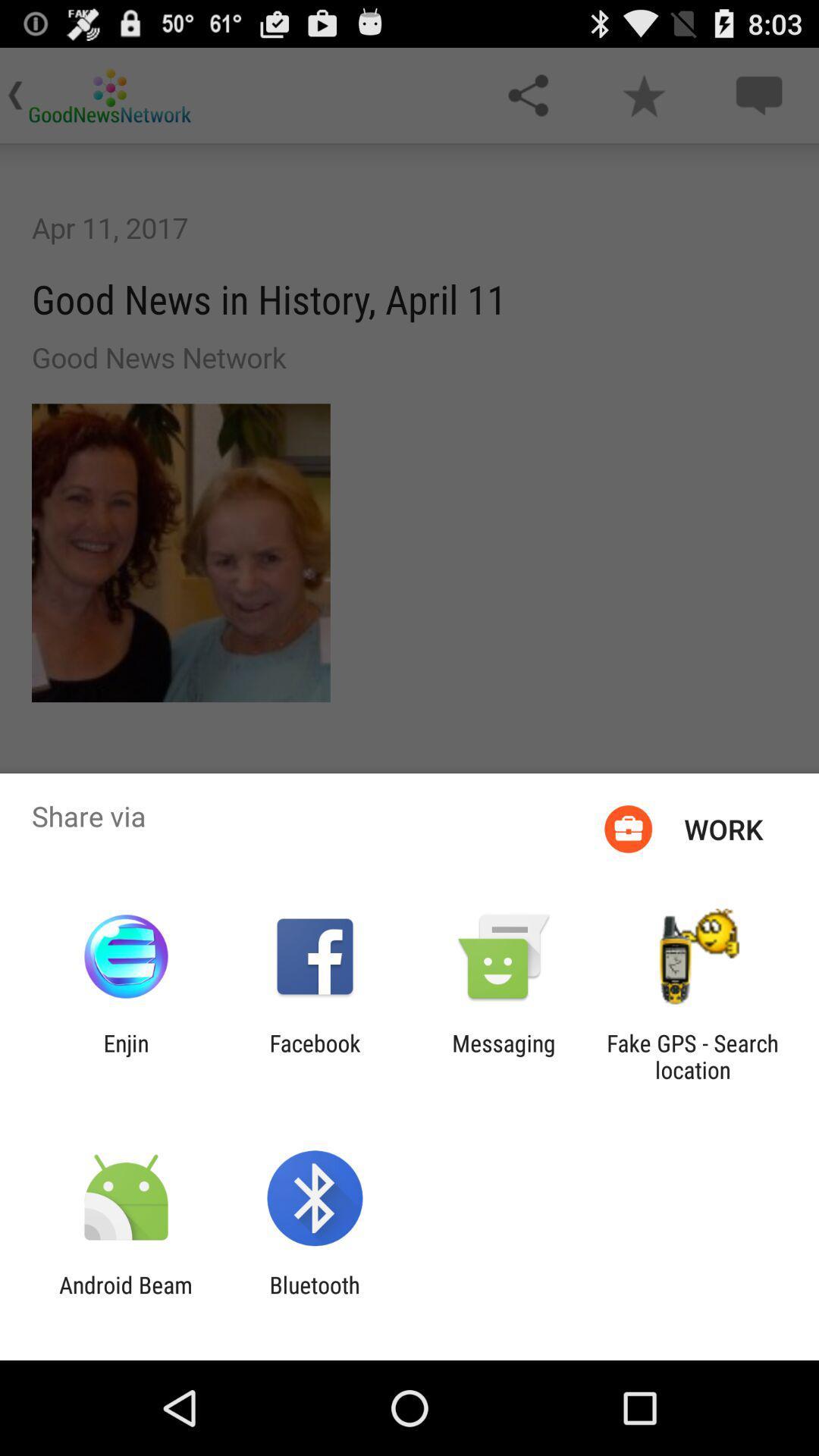  What do you see at coordinates (125, 1056) in the screenshot?
I see `item to the left of facebook item` at bounding box center [125, 1056].